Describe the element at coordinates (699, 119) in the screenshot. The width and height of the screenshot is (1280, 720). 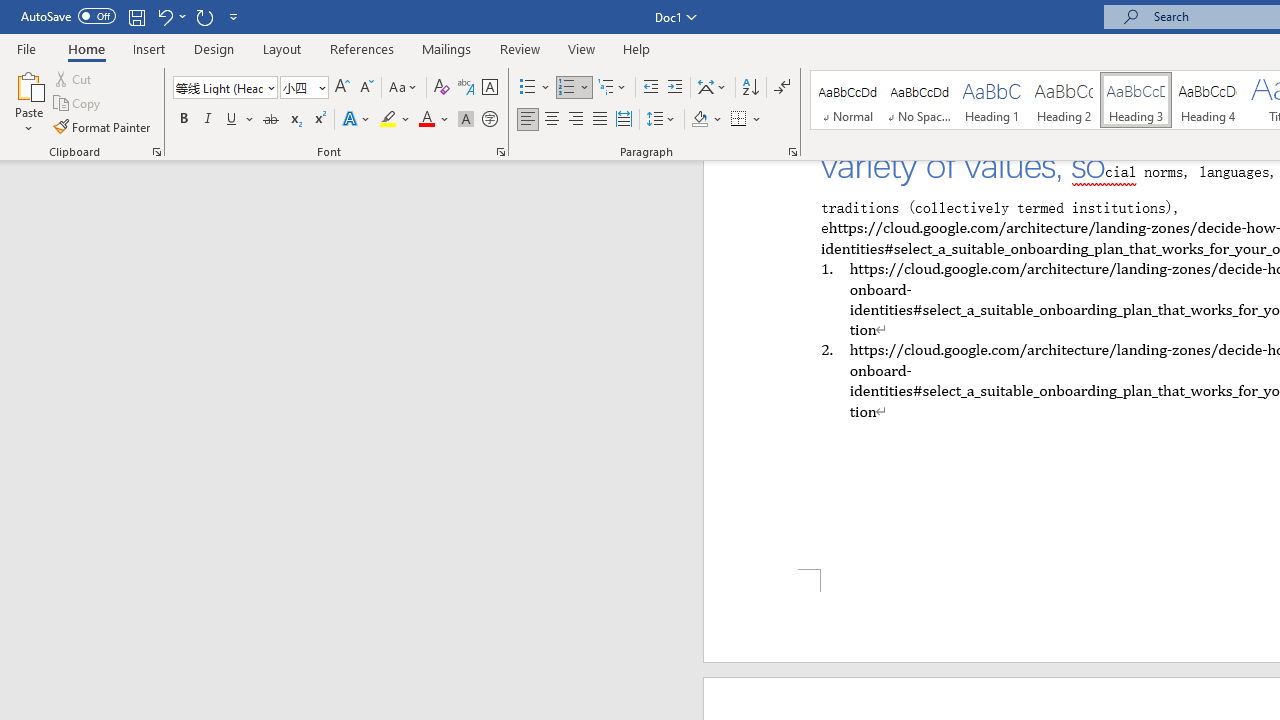
I see `'Shading RGB(0, 0, 0)'` at that location.